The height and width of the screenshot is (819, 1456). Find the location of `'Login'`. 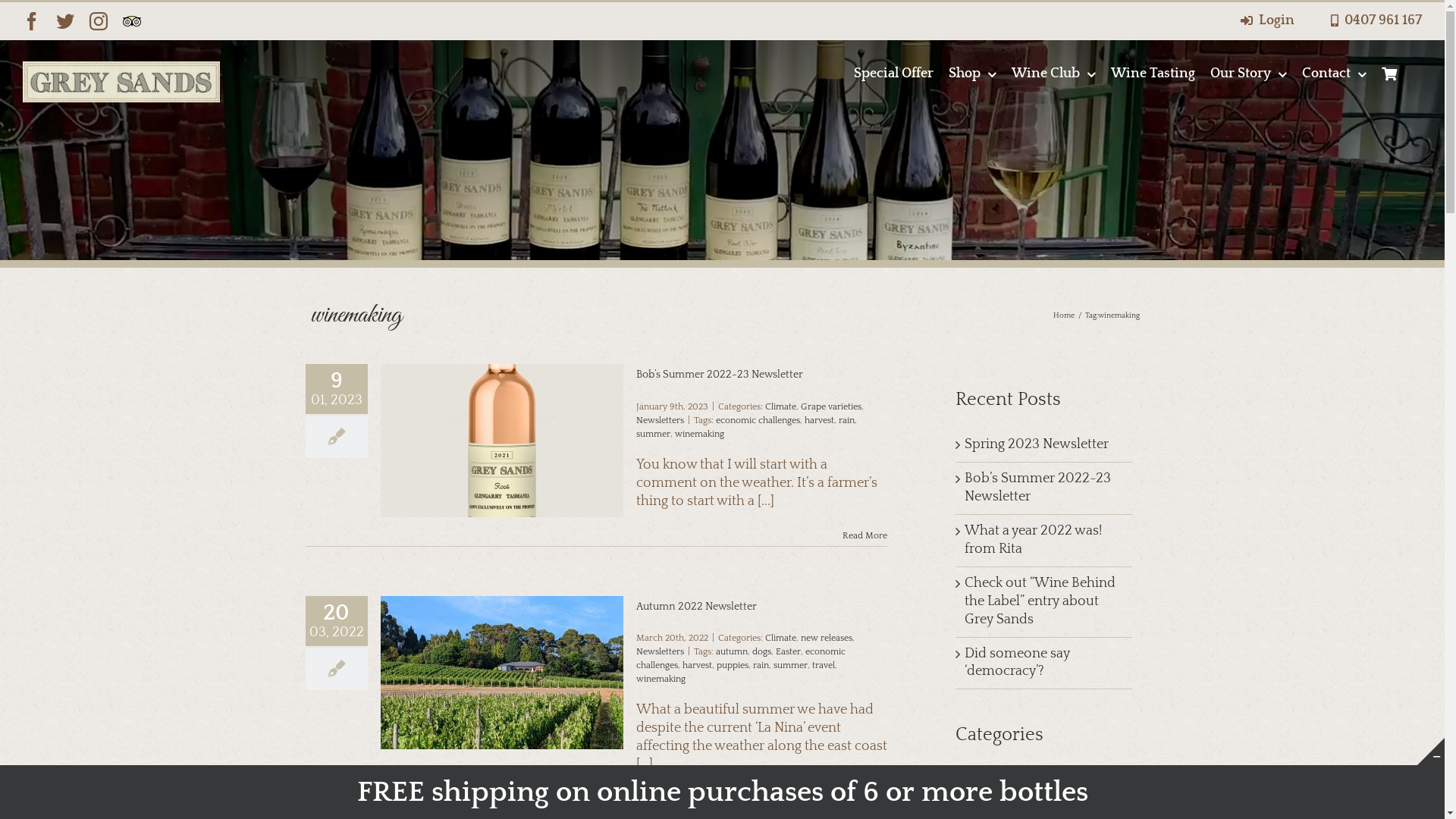

'Login' is located at coordinates (1234, 20).